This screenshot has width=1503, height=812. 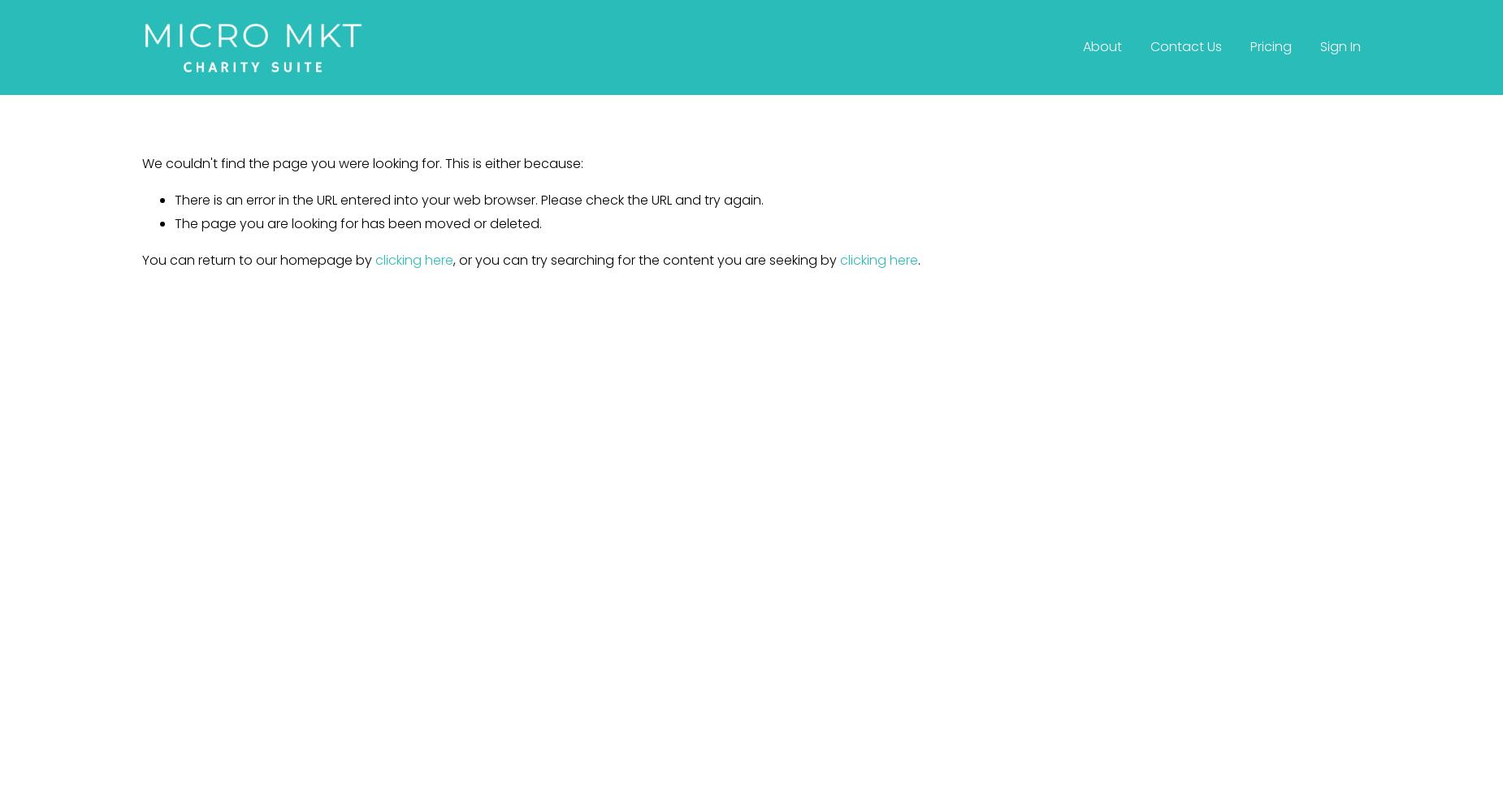 I want to click on 'You can return to our homepage by', so click(x=141, y=258).